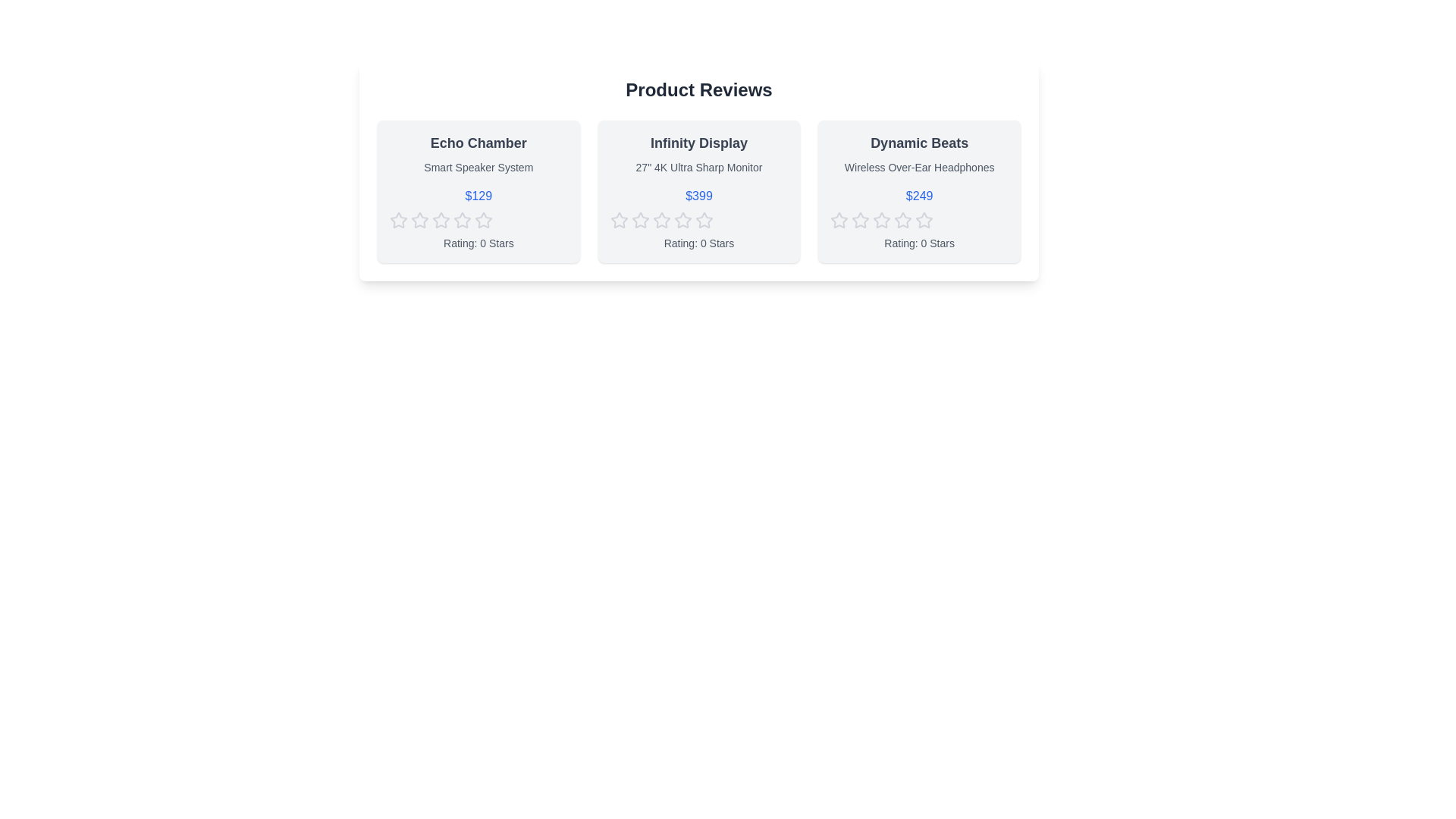 The image size is (1456, 819). Describe the element at coordinates (440, 220) in the screenshot. I see `the second star icon in the rating section of the 'Echo Chamber' product card to set a rating of 2 stars` at that location.